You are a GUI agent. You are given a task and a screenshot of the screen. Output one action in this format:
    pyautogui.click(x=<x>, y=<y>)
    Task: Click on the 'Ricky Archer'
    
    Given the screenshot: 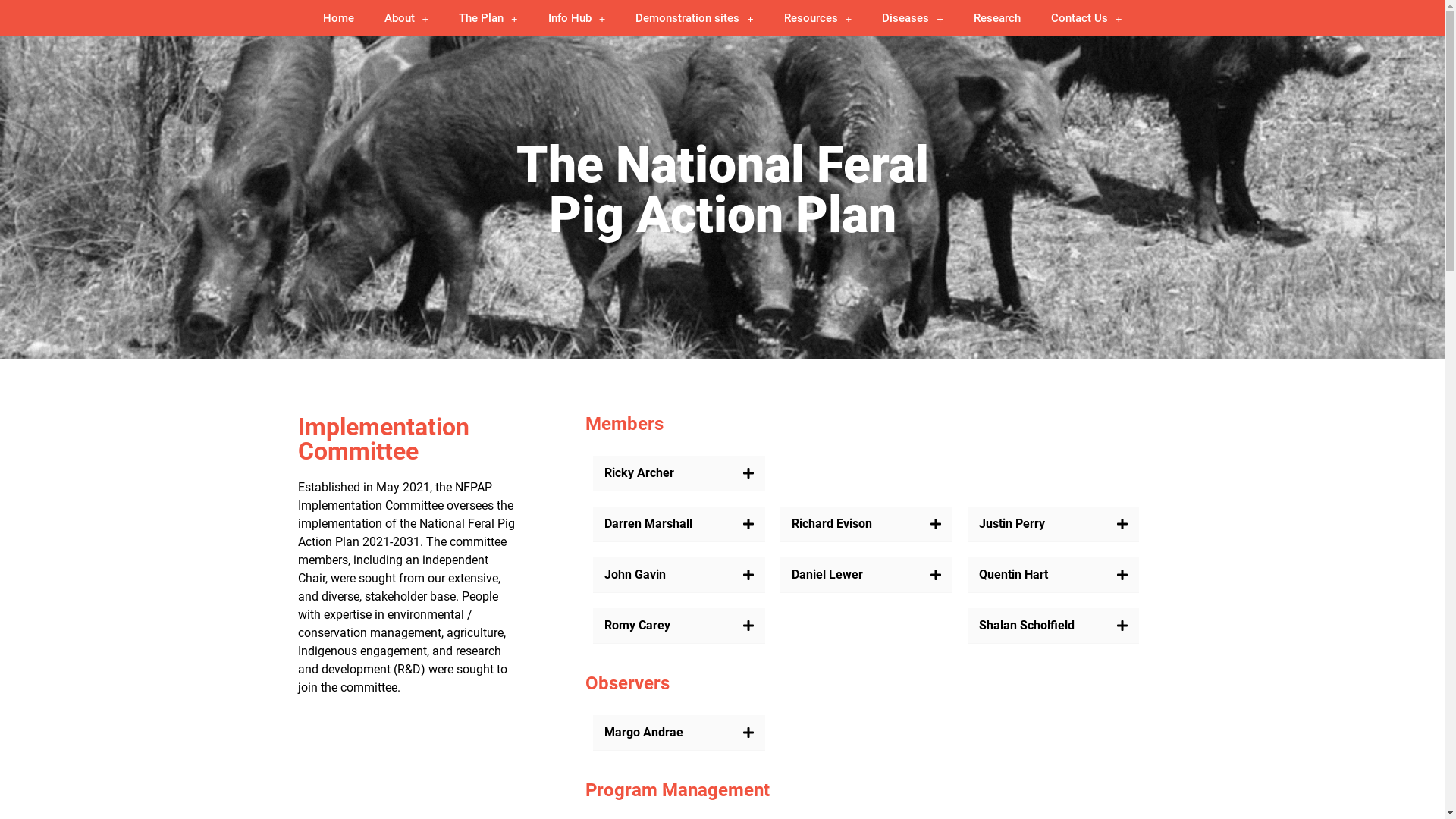 What is the action you would take?
    pyautogui.click(x=639, y=472)
    